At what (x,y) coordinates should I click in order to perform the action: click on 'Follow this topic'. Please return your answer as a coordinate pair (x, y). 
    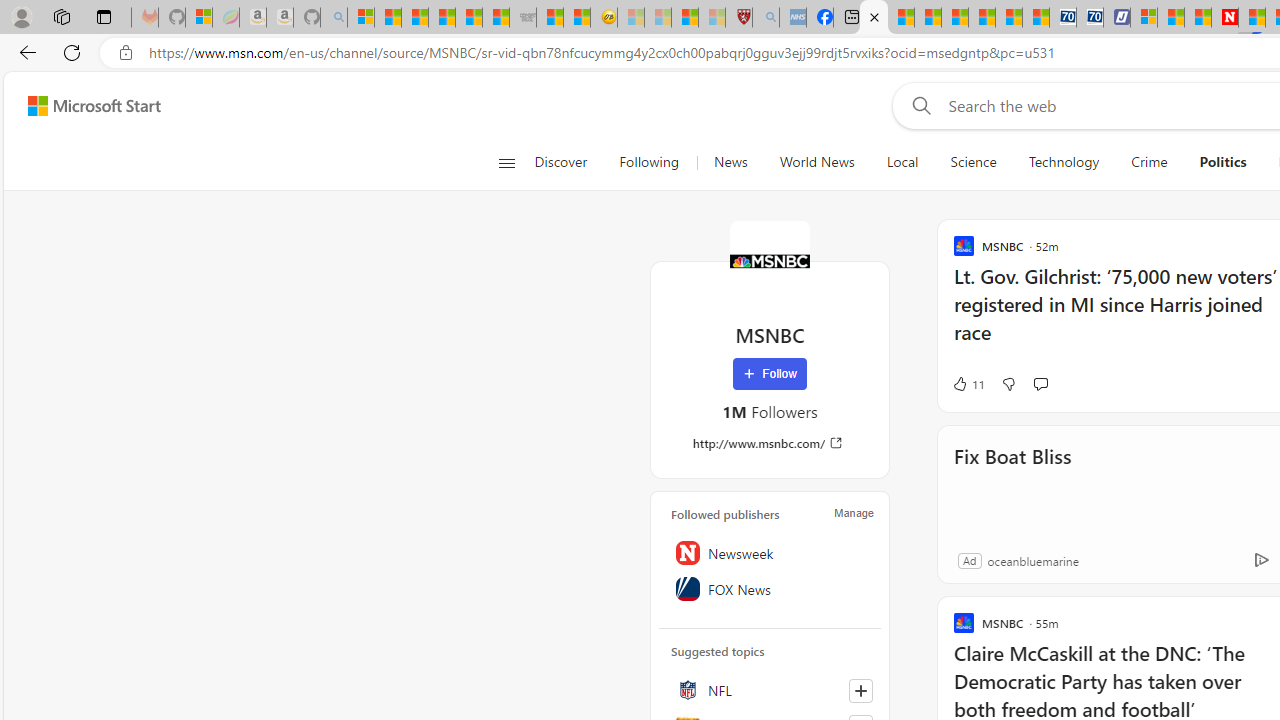
    Looking at the image, I should click on (860, 689).